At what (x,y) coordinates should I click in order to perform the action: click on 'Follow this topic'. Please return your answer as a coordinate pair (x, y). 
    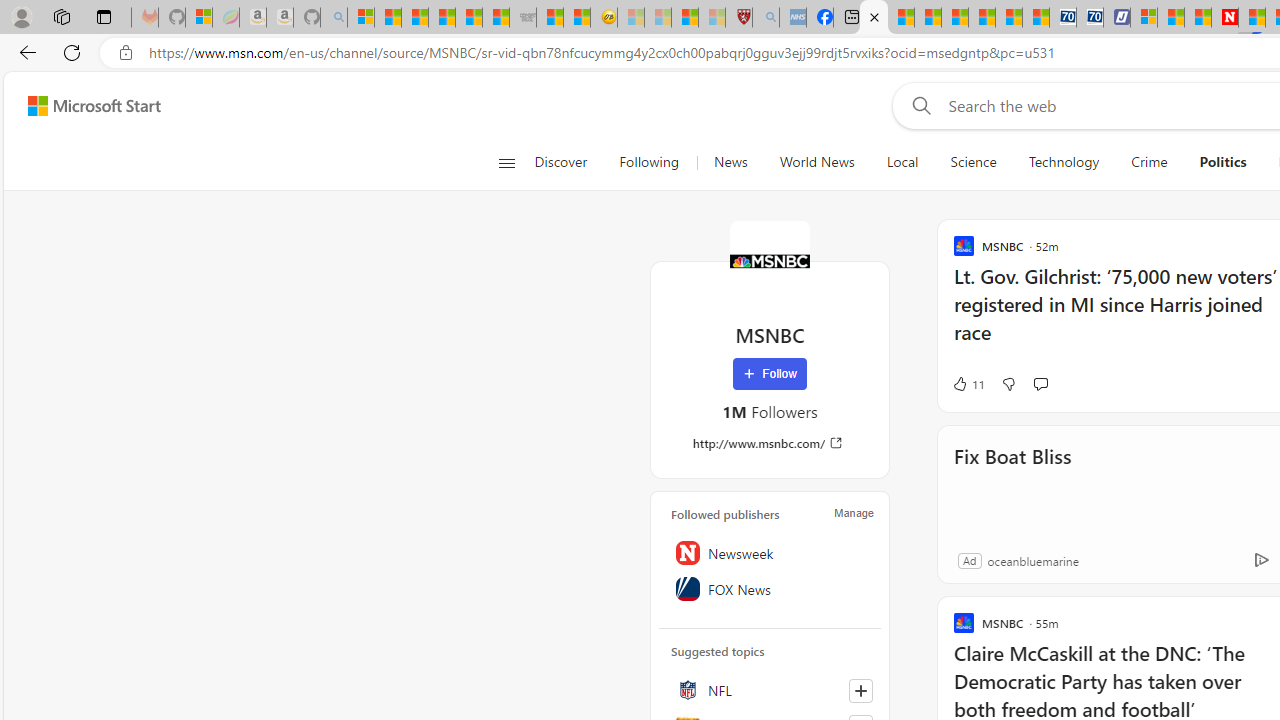
    Looking at the image, I should click on (860, 689).